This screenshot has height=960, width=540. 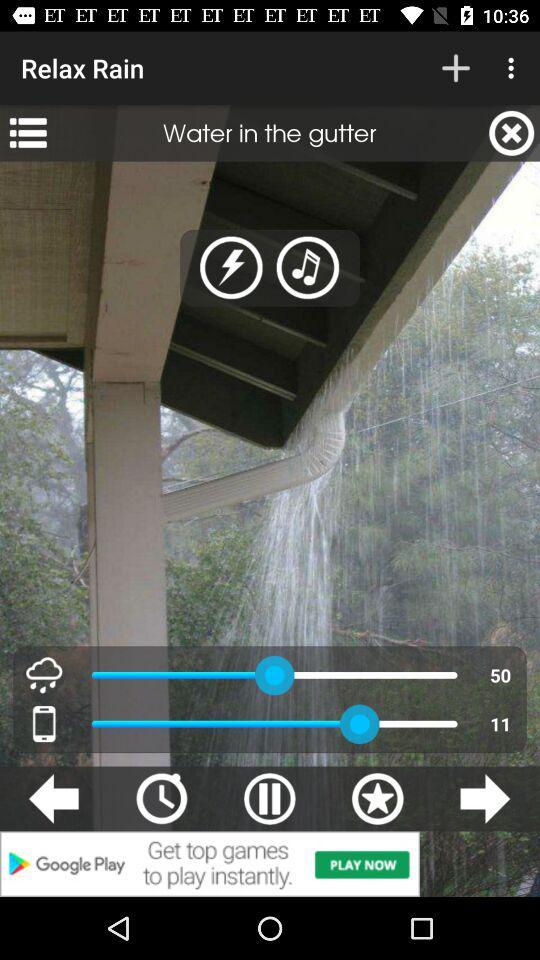 What do you see at coordinates (230, 267) in the screenshot?
I see `icon below water in the item` at bounding box center [230, 267].